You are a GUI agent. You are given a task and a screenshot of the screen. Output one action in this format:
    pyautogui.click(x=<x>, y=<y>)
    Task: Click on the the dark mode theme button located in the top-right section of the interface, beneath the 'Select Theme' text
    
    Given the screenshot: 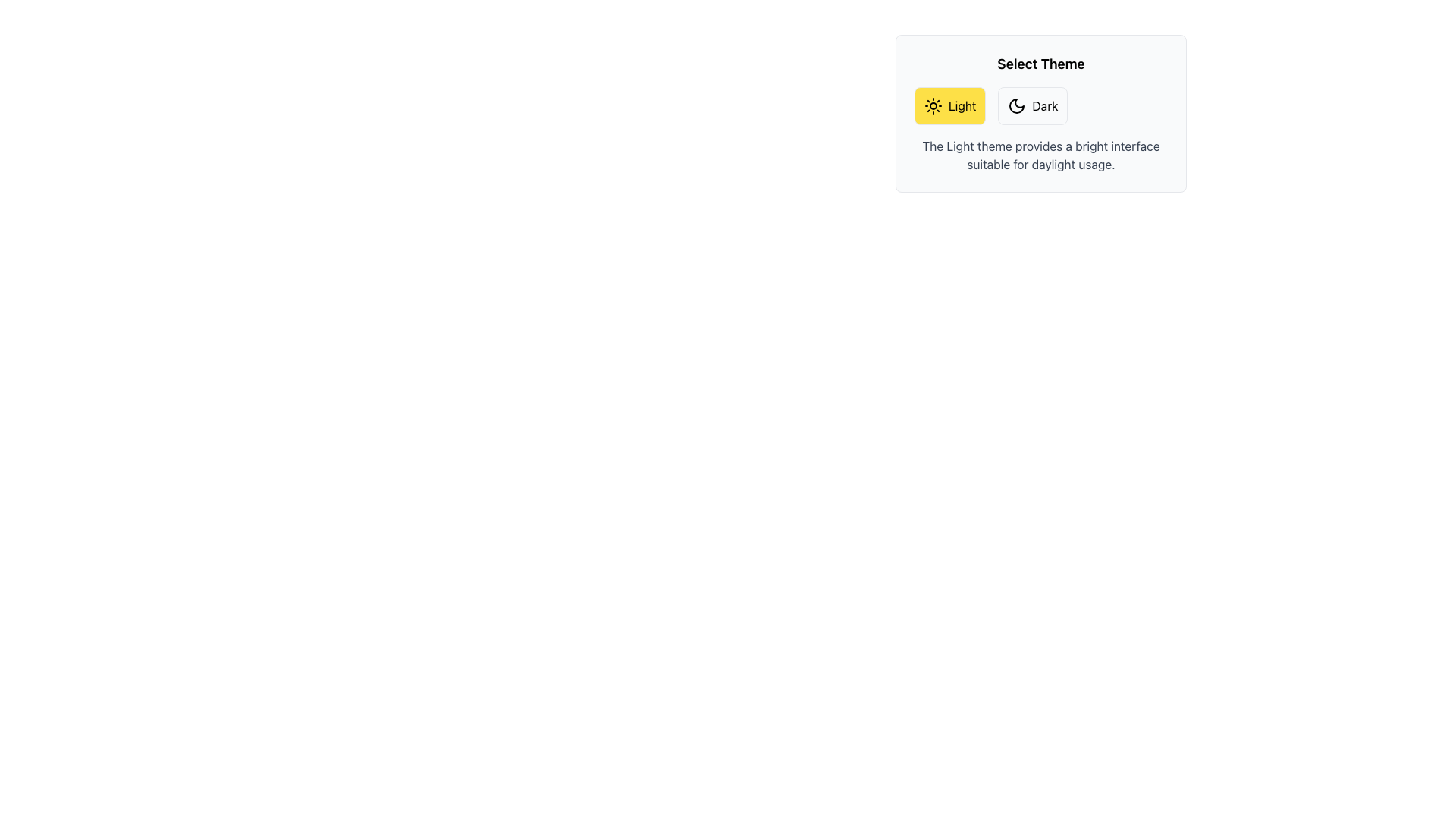 What is the action you would take?
    pyautogui.click(x=1032, y=105)
    